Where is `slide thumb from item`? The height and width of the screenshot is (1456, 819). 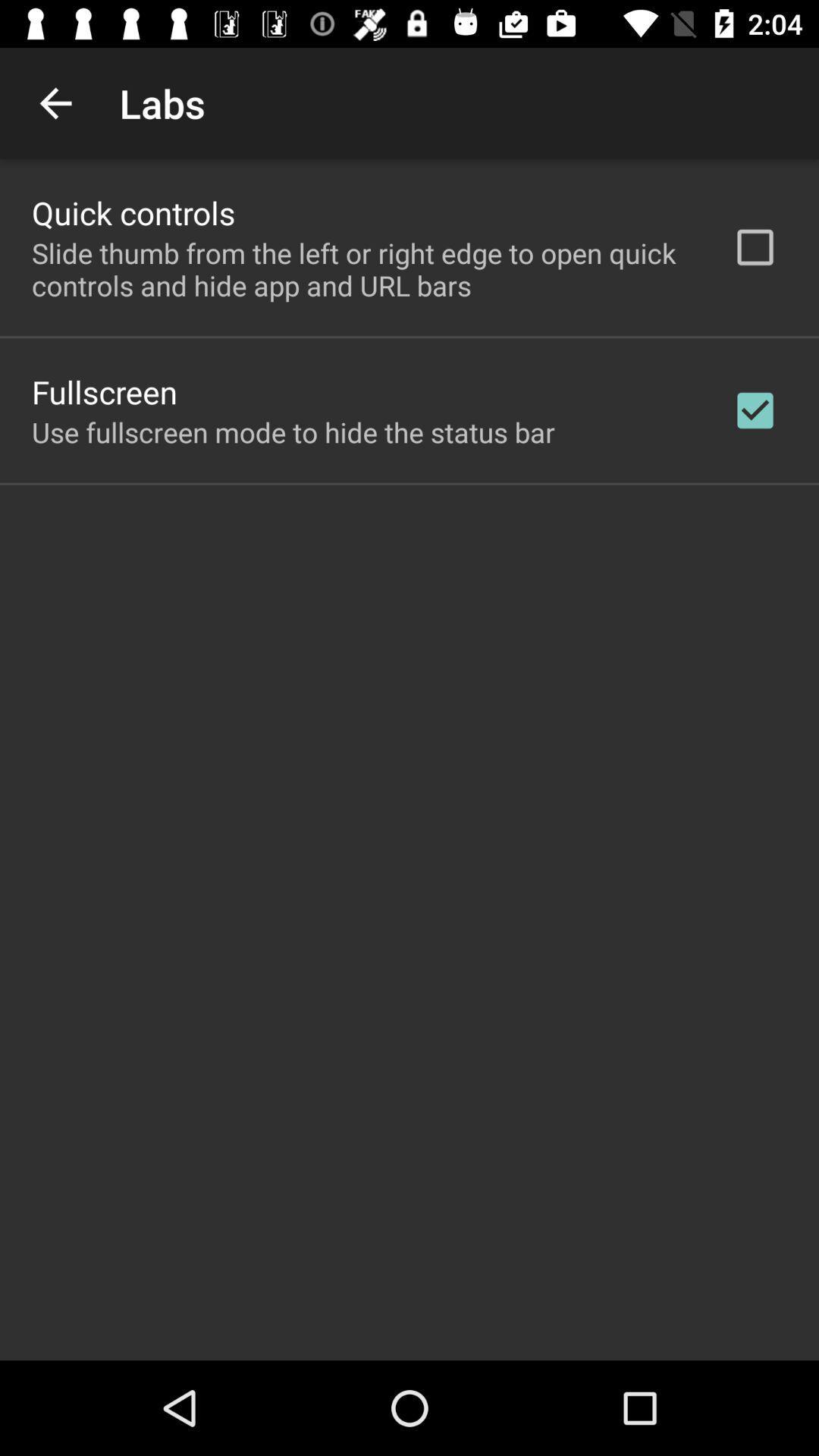 slide thumb from item is located at coordinates (362, 269).